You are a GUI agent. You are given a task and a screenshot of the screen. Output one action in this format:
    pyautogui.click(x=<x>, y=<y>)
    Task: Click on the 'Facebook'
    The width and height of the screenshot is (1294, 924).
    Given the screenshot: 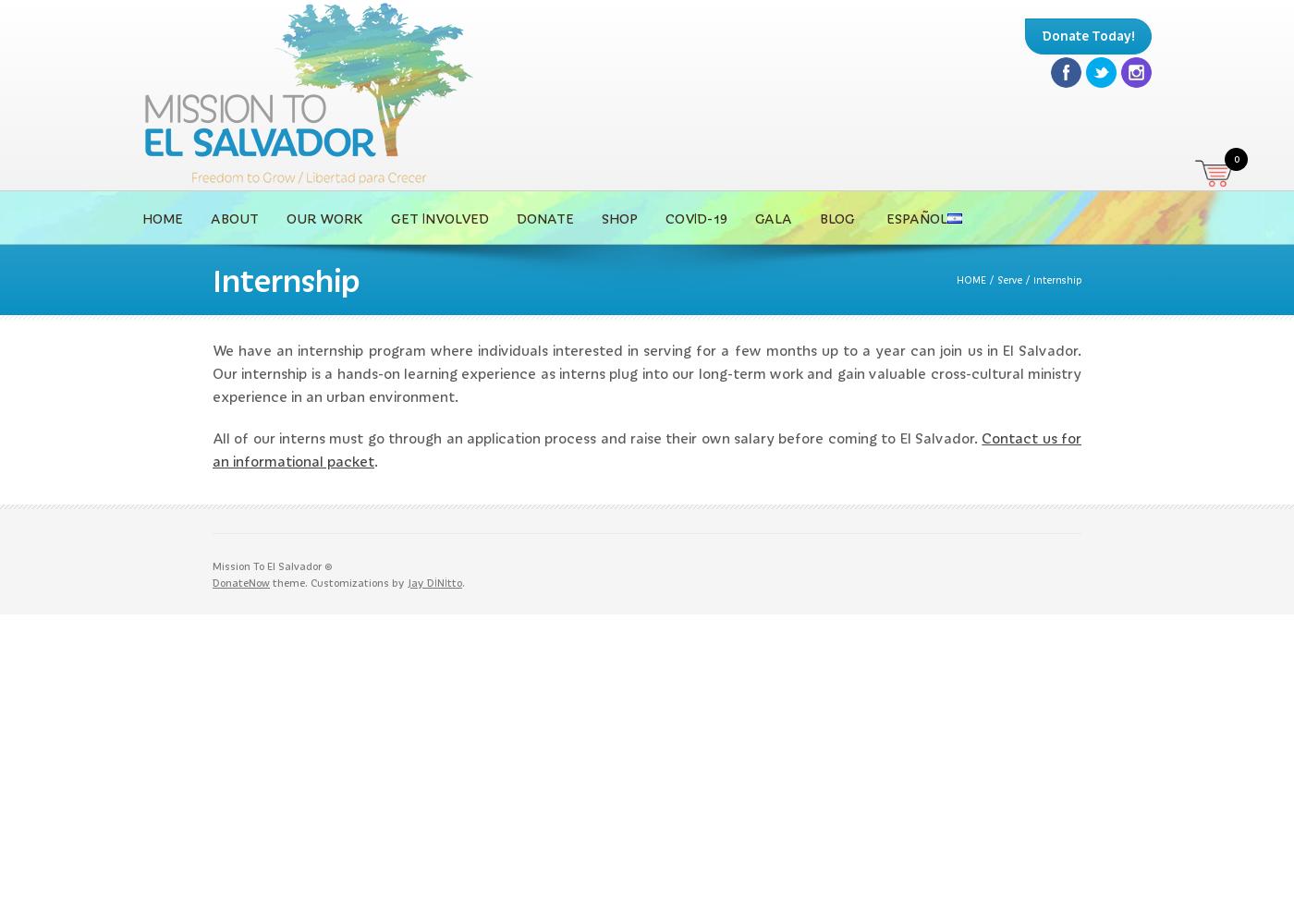 What is the action you would take?
    pyautogui.click(x=1044, y=14)
    